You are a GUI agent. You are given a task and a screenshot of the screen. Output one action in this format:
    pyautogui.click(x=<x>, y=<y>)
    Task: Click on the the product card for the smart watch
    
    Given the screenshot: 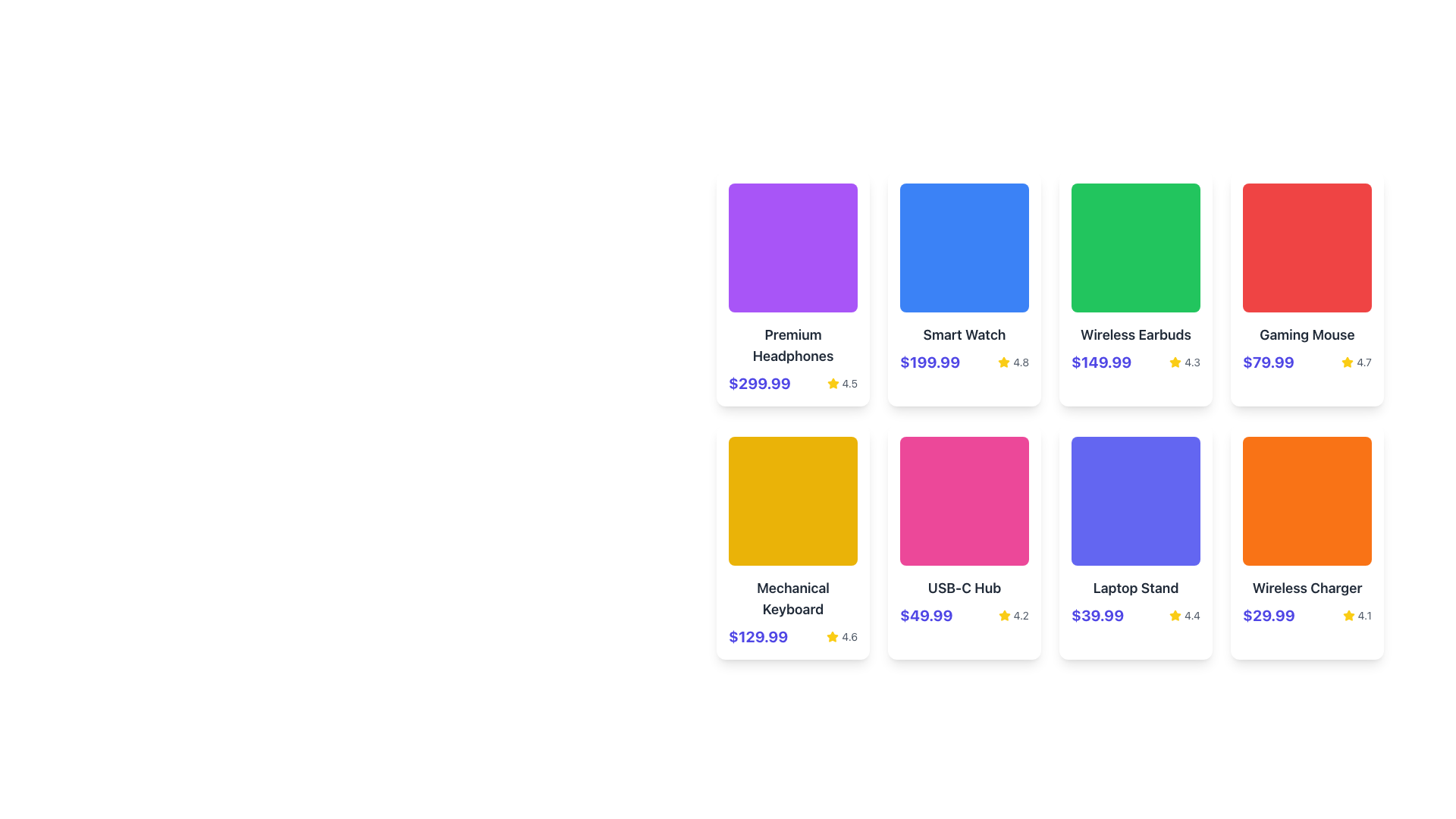 What is the action you would take?
    pyautogui.click(x=964, y=289)
    